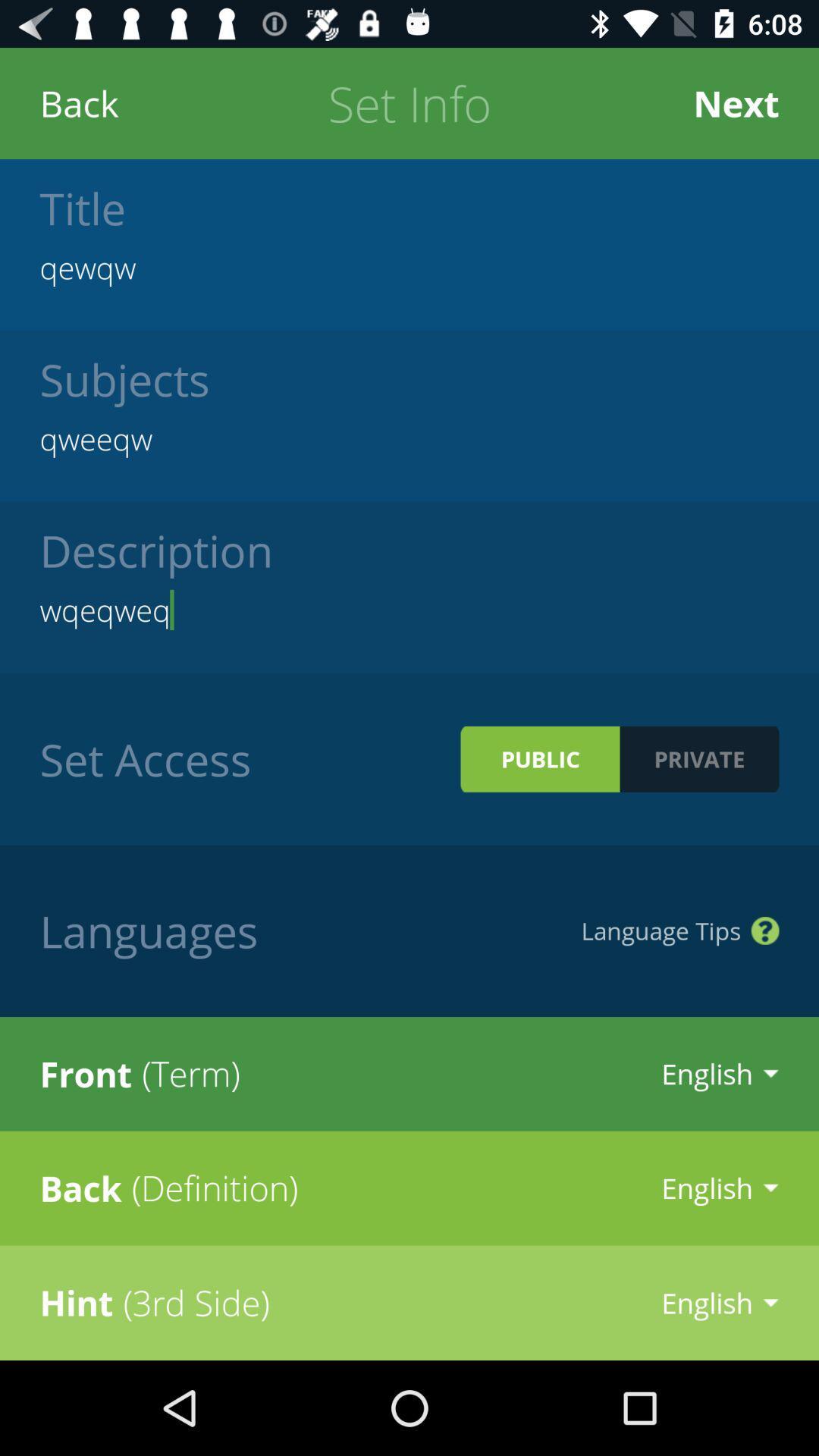  I want to click on item below the wqeqweq, so click(539, 759).